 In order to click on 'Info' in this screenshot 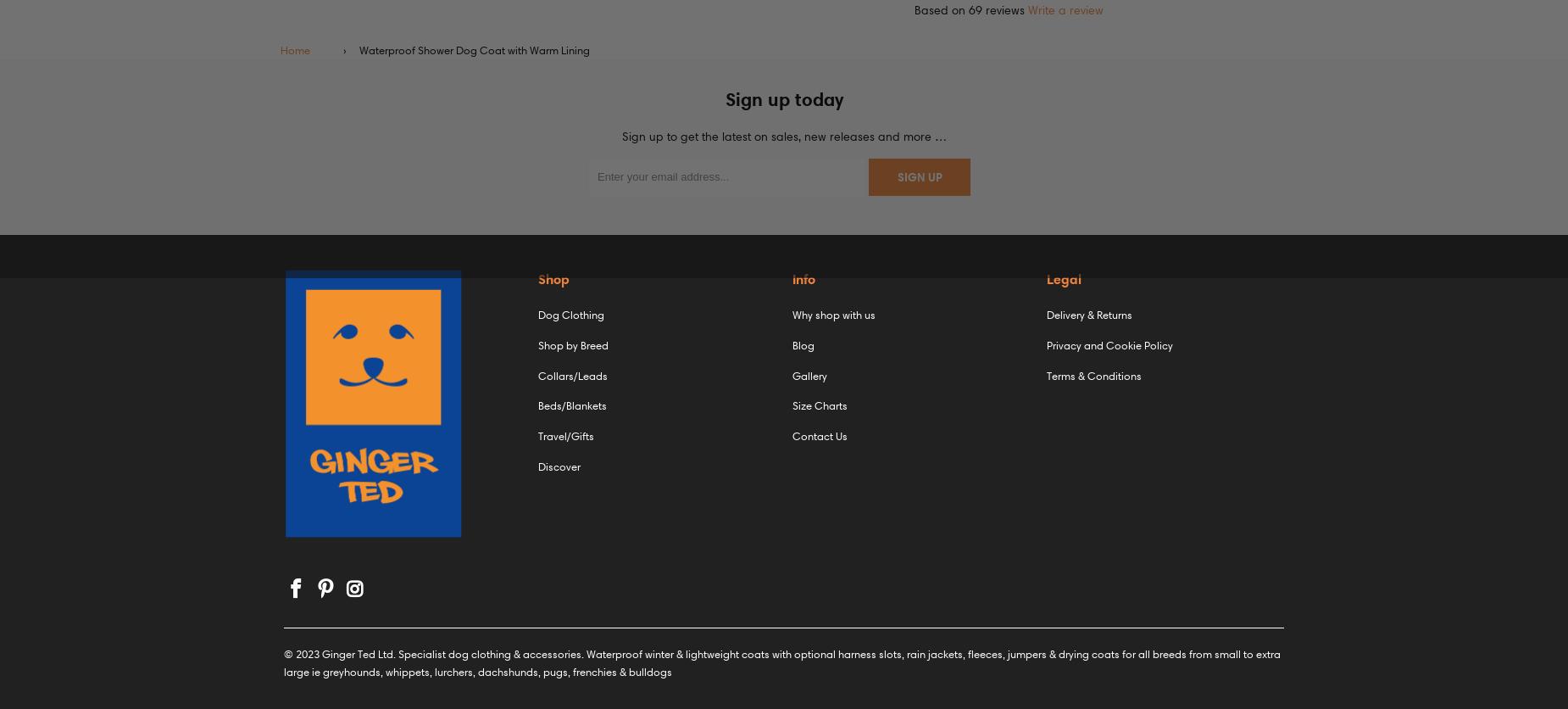, I will do `click(803, 276)`.